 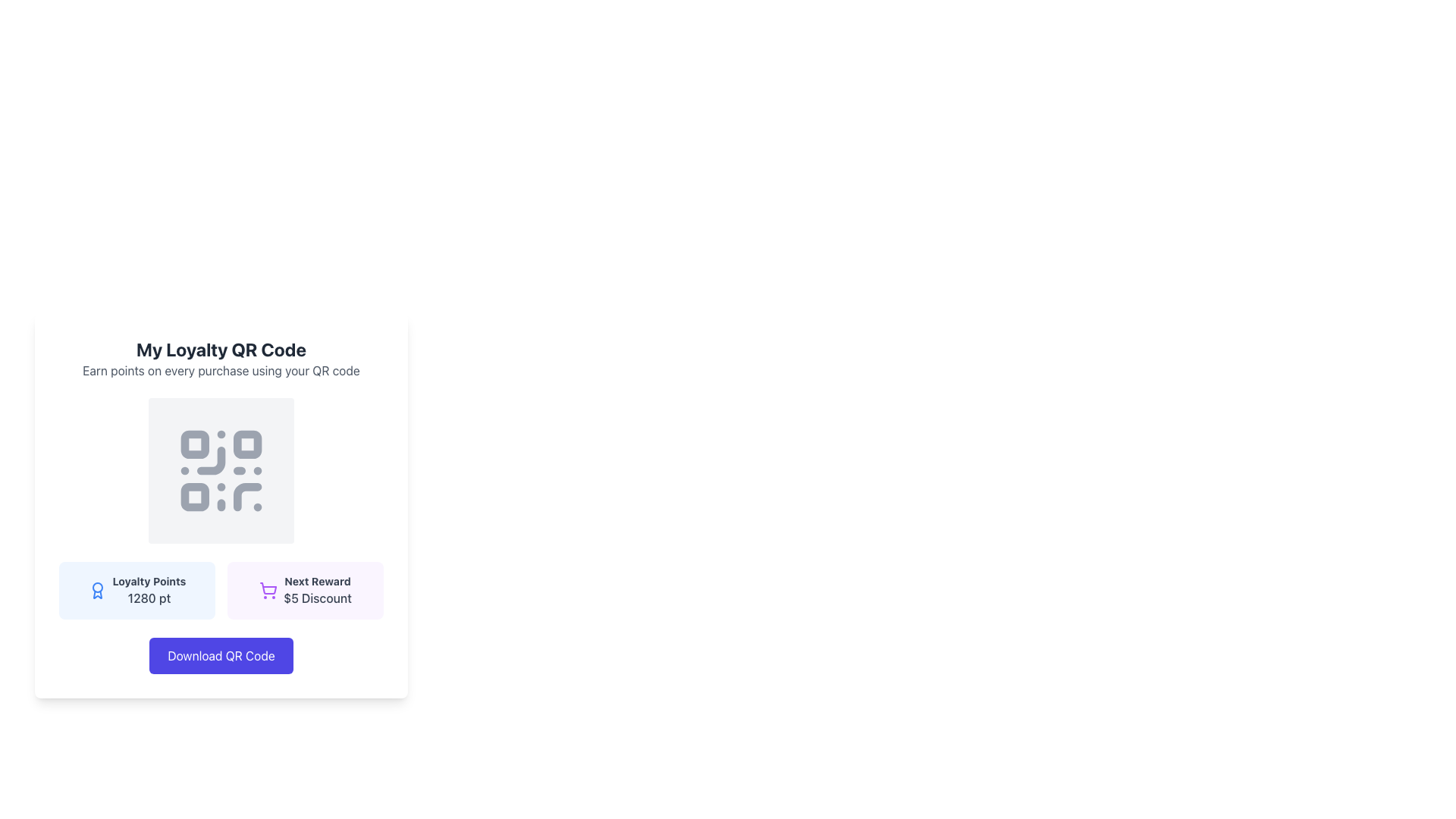 I want to click on the 'Download QR Code' button, which is a rectangular button with rounded corners in rich indigo color, to initiate the download, so click(x=221, y=654).